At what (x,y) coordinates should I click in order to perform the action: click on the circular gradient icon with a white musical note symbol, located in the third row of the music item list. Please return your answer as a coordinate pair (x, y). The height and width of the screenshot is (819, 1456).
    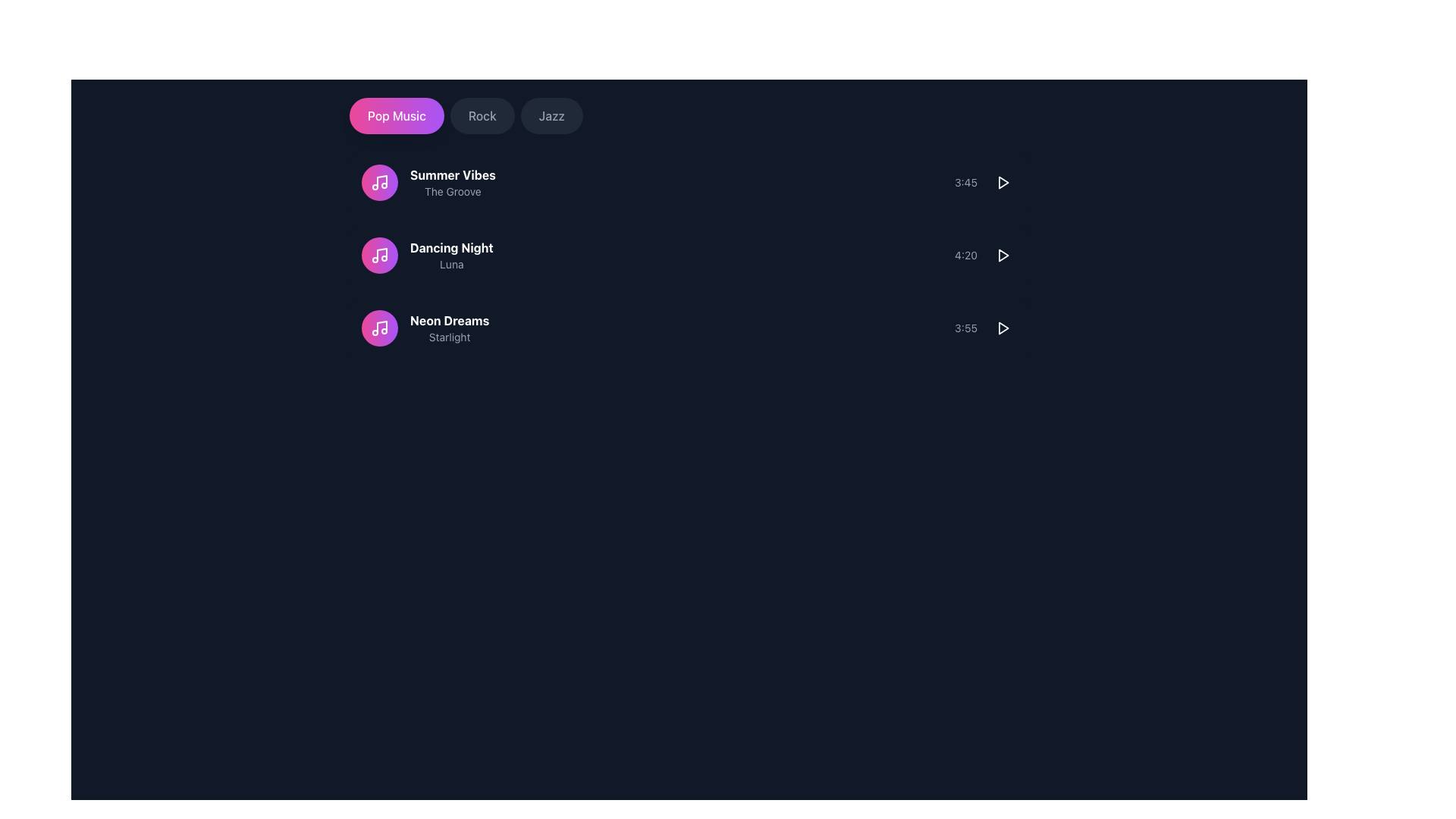
    Looking at the image, I should click on (379, 327).